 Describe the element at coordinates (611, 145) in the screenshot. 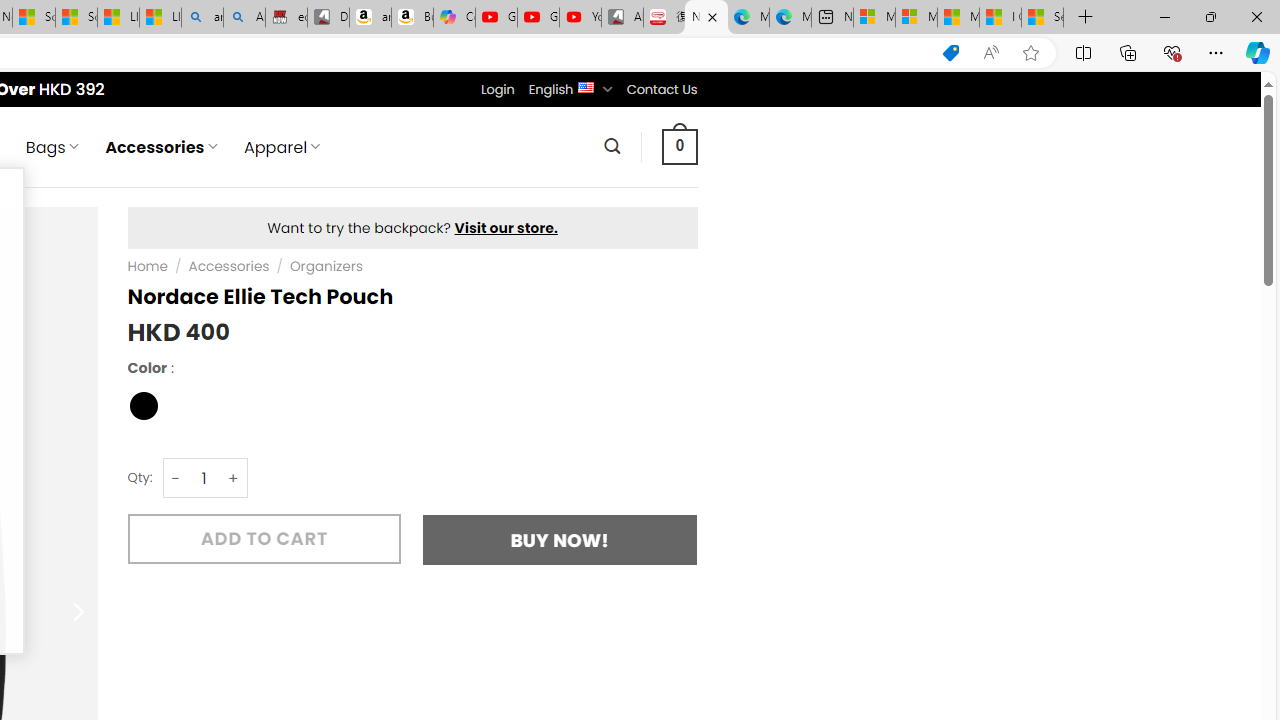

I see `'Search'` at that location.